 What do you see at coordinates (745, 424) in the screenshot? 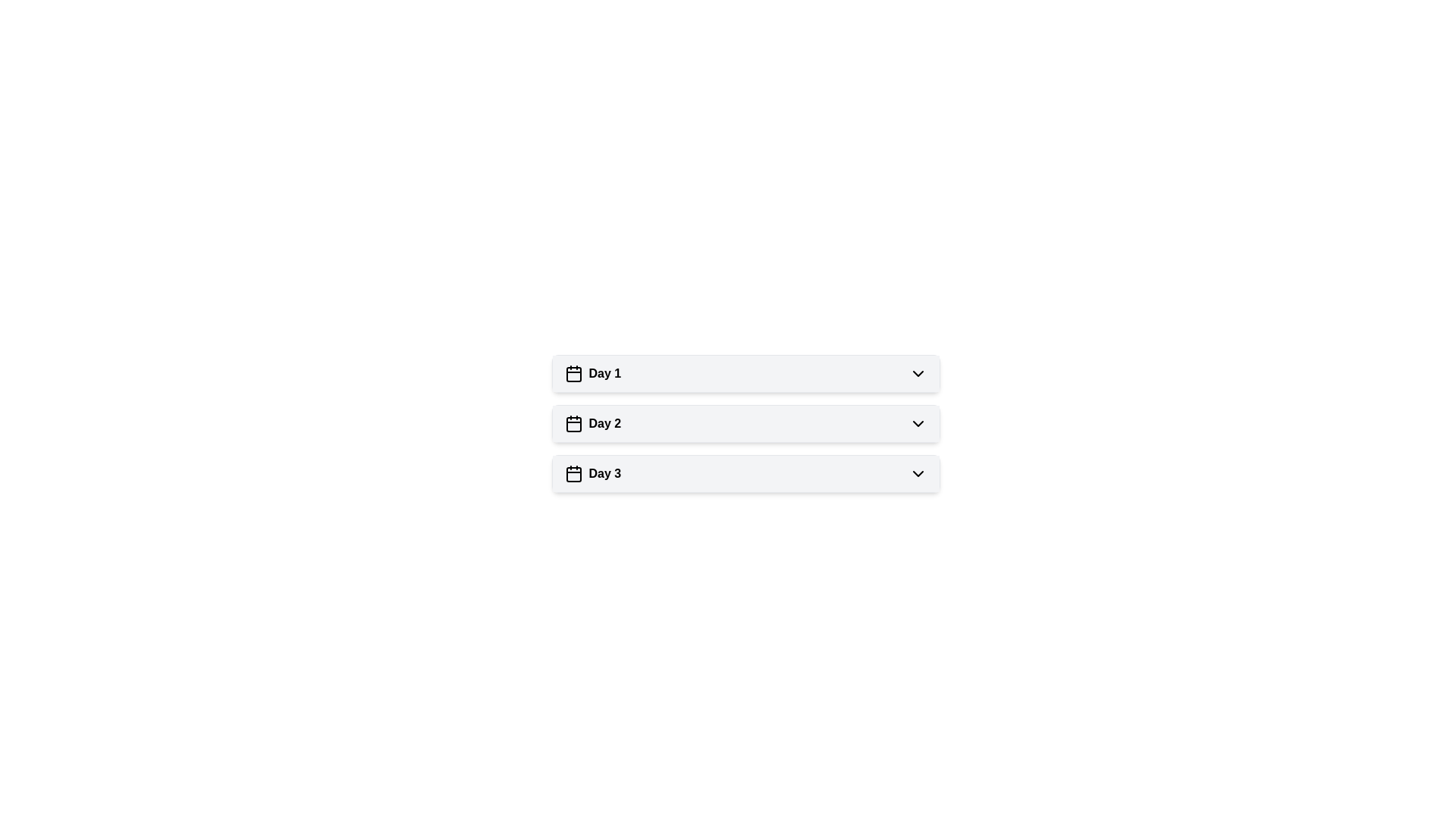
I see `the interactive list item labeled 'Day 2'` at bounding box center [745, 424].